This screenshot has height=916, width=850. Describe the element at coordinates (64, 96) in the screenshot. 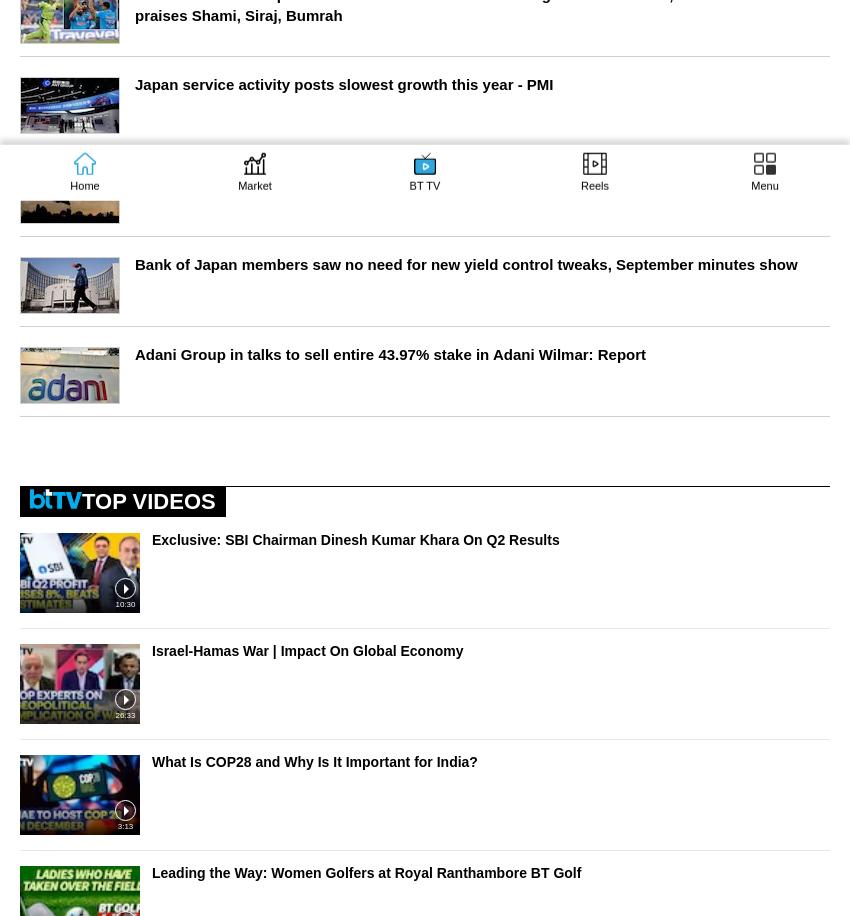

I see `'IPO Corner'` at that location.